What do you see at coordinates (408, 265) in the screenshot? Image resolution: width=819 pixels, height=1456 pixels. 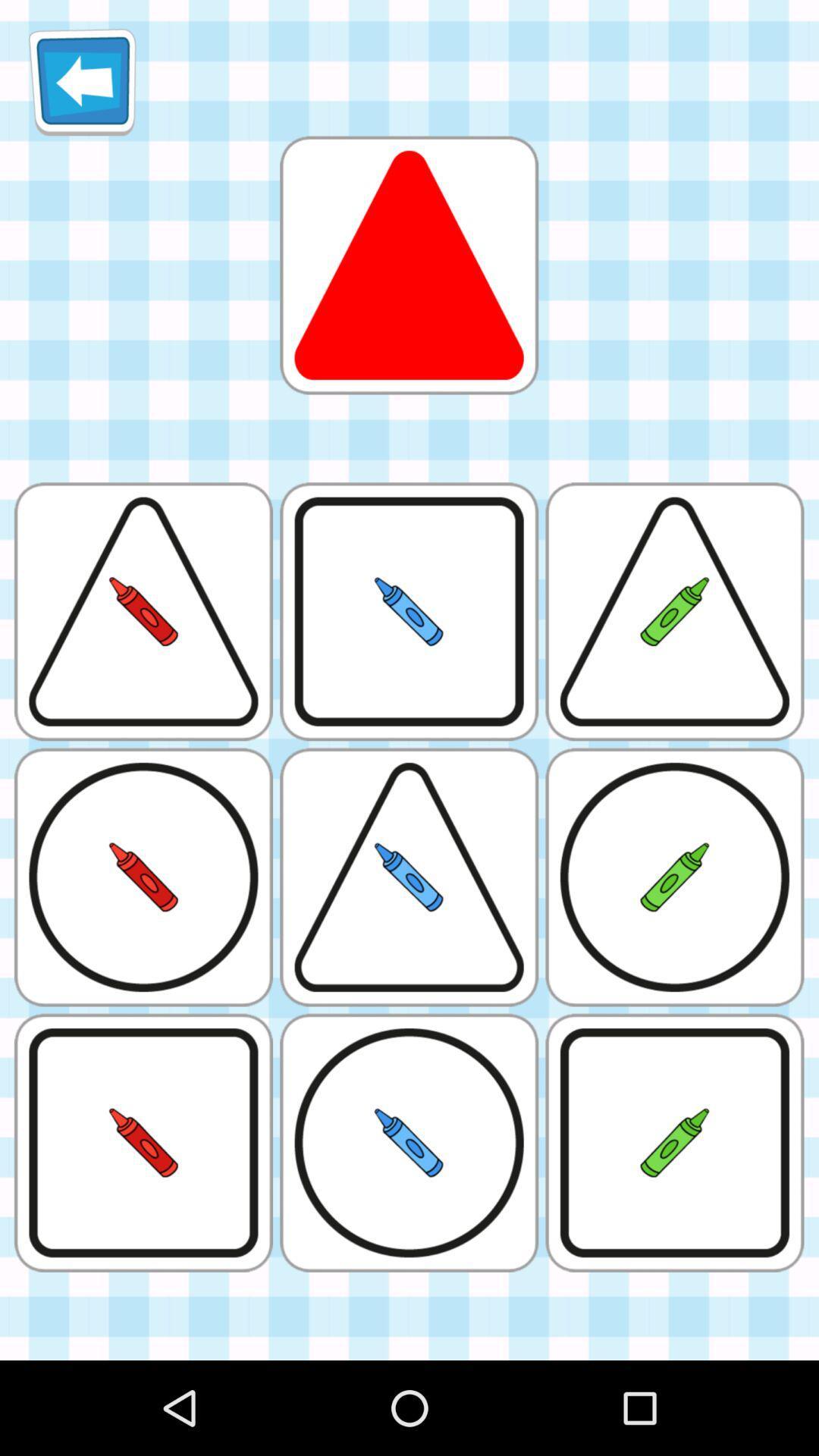 I see `triangle` at bounding box center [408, 265].